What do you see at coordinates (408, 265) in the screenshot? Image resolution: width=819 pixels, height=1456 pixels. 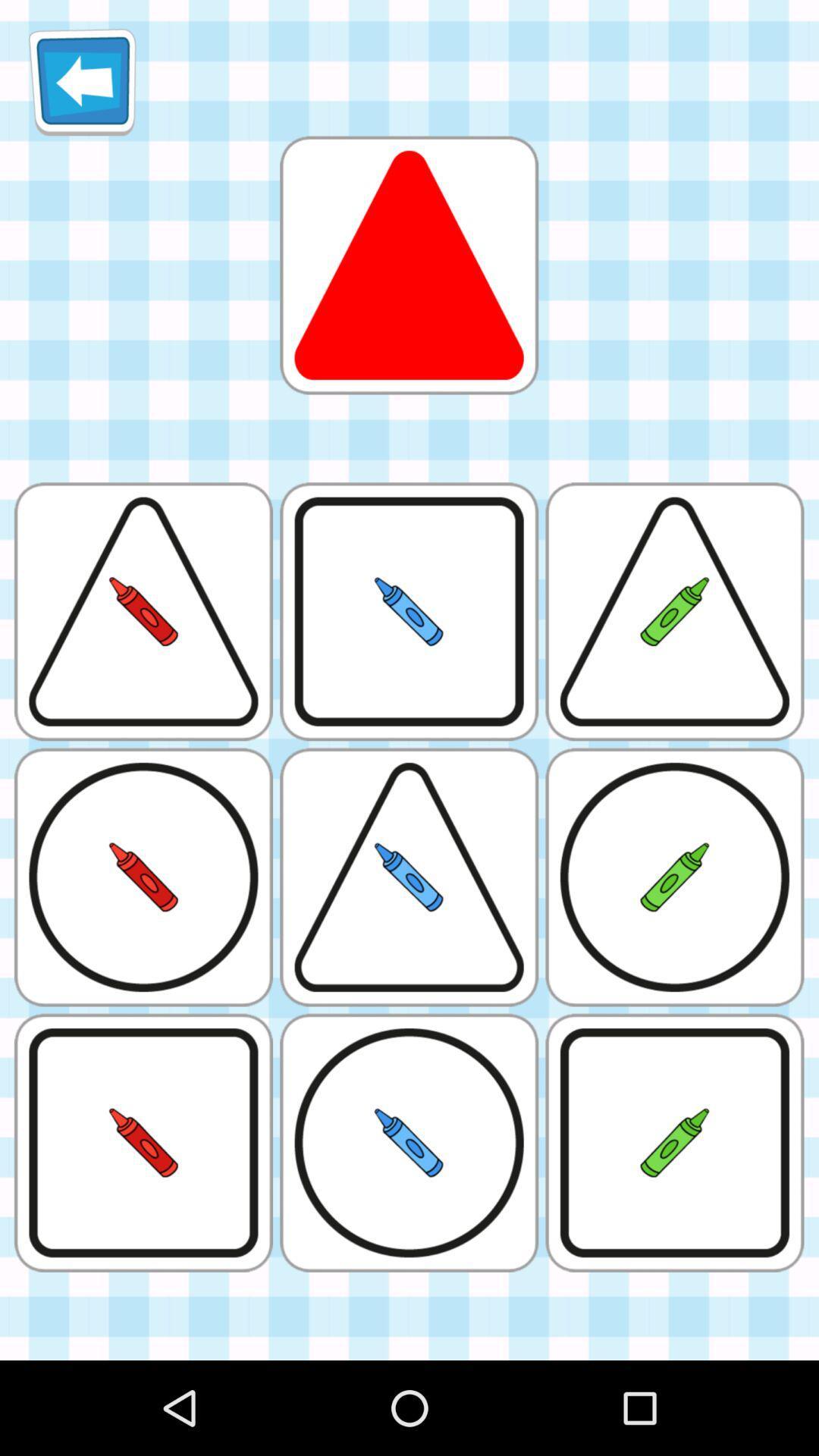 I see `triangle` at bounding box center [408, 265].